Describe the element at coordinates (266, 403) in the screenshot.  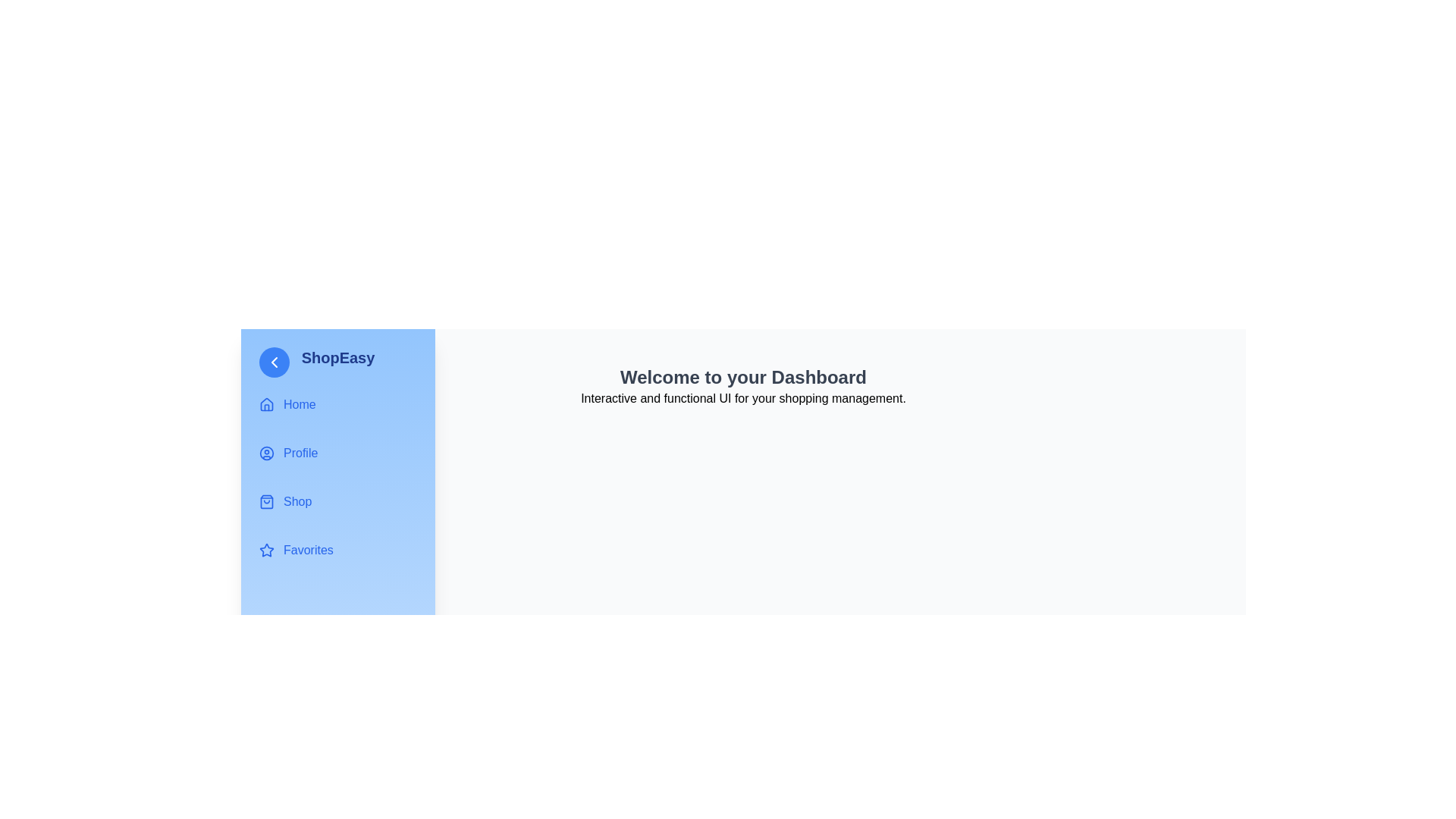
I see `the stylized blue house icon located in the sidebar, which represents the 'Home' menu item, positioned below the 'ShopEasy' header` at that location.